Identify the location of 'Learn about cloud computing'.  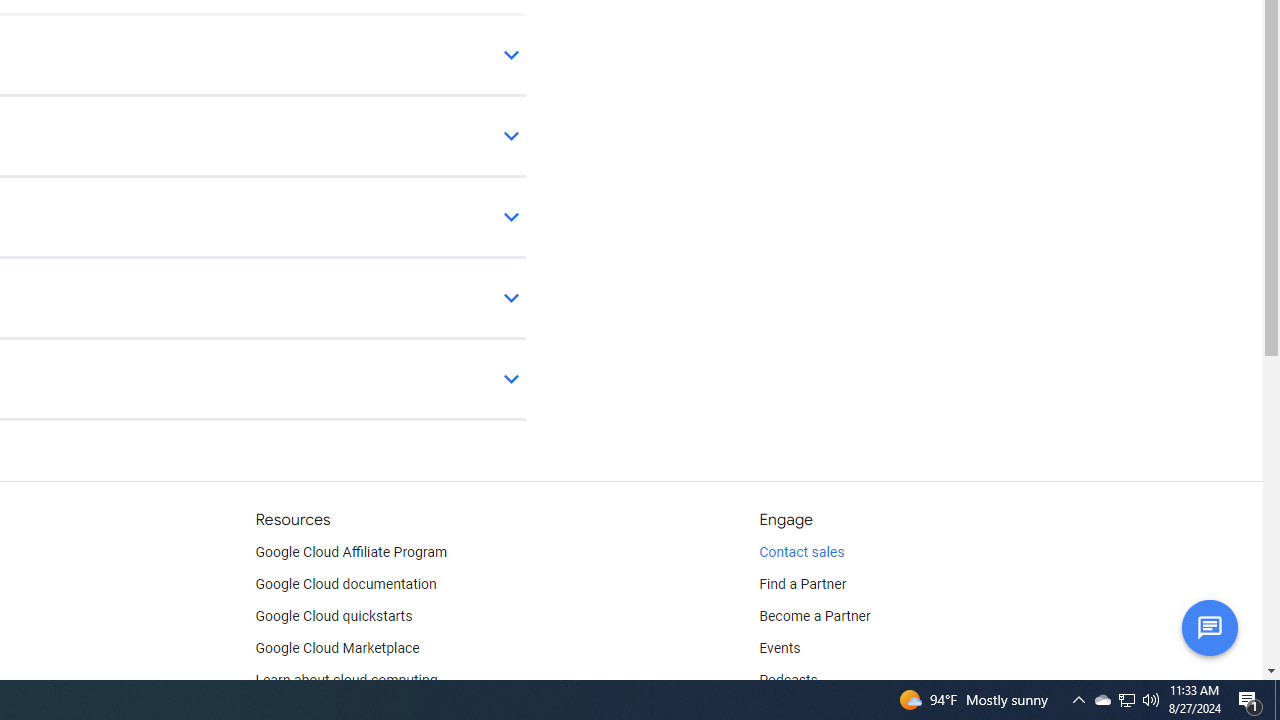
(346, 680).